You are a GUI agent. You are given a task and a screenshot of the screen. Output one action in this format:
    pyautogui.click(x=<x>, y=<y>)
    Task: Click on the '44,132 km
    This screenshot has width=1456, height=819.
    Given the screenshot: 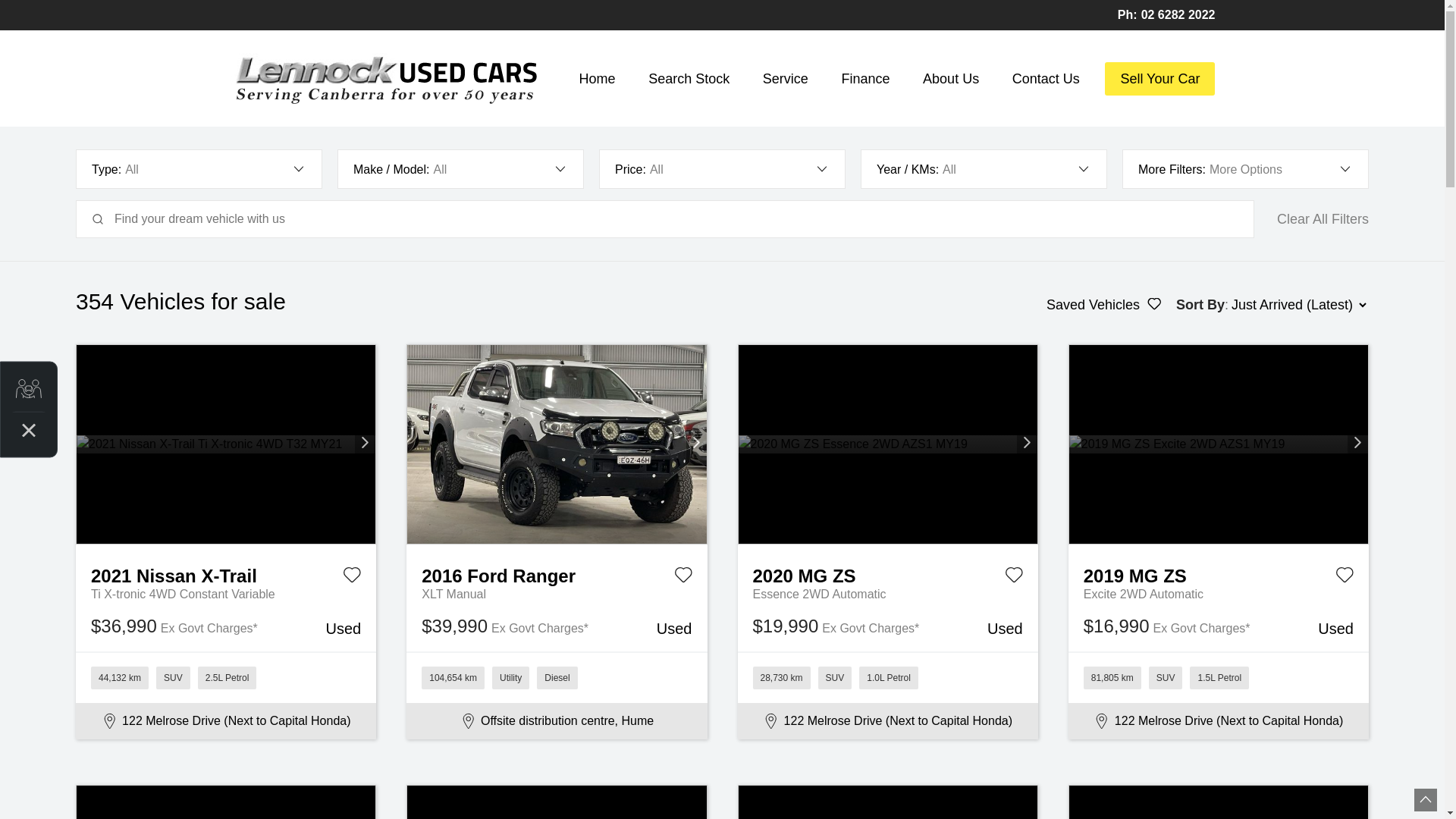 What is the action you would take?
    pyautogui.click(x=224, y=676)
    